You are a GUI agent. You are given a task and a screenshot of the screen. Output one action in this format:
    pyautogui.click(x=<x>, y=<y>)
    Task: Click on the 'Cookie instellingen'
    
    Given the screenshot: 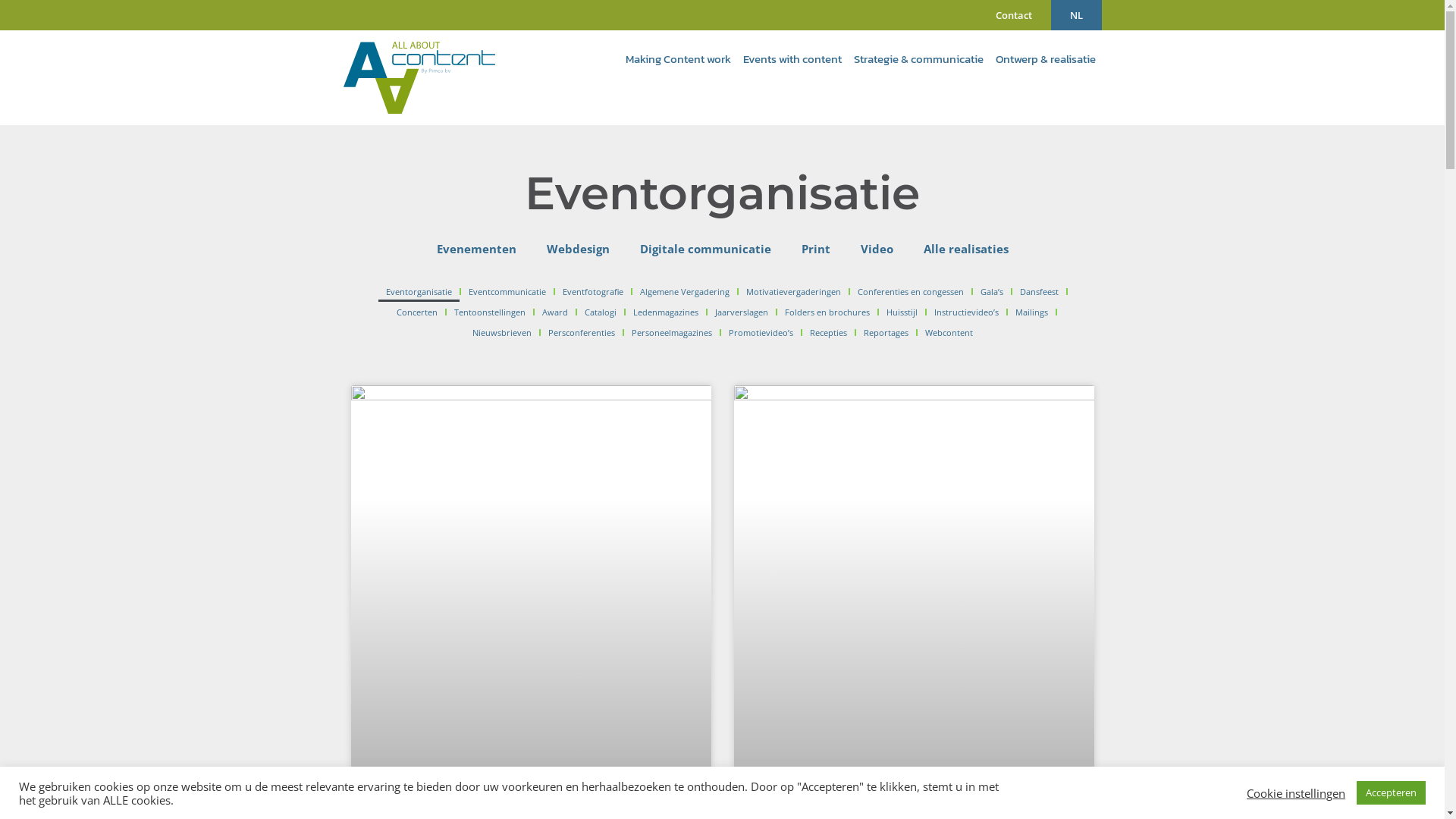 What is the action you would take?
    pyautogui.click(x=1294, y=792)
    